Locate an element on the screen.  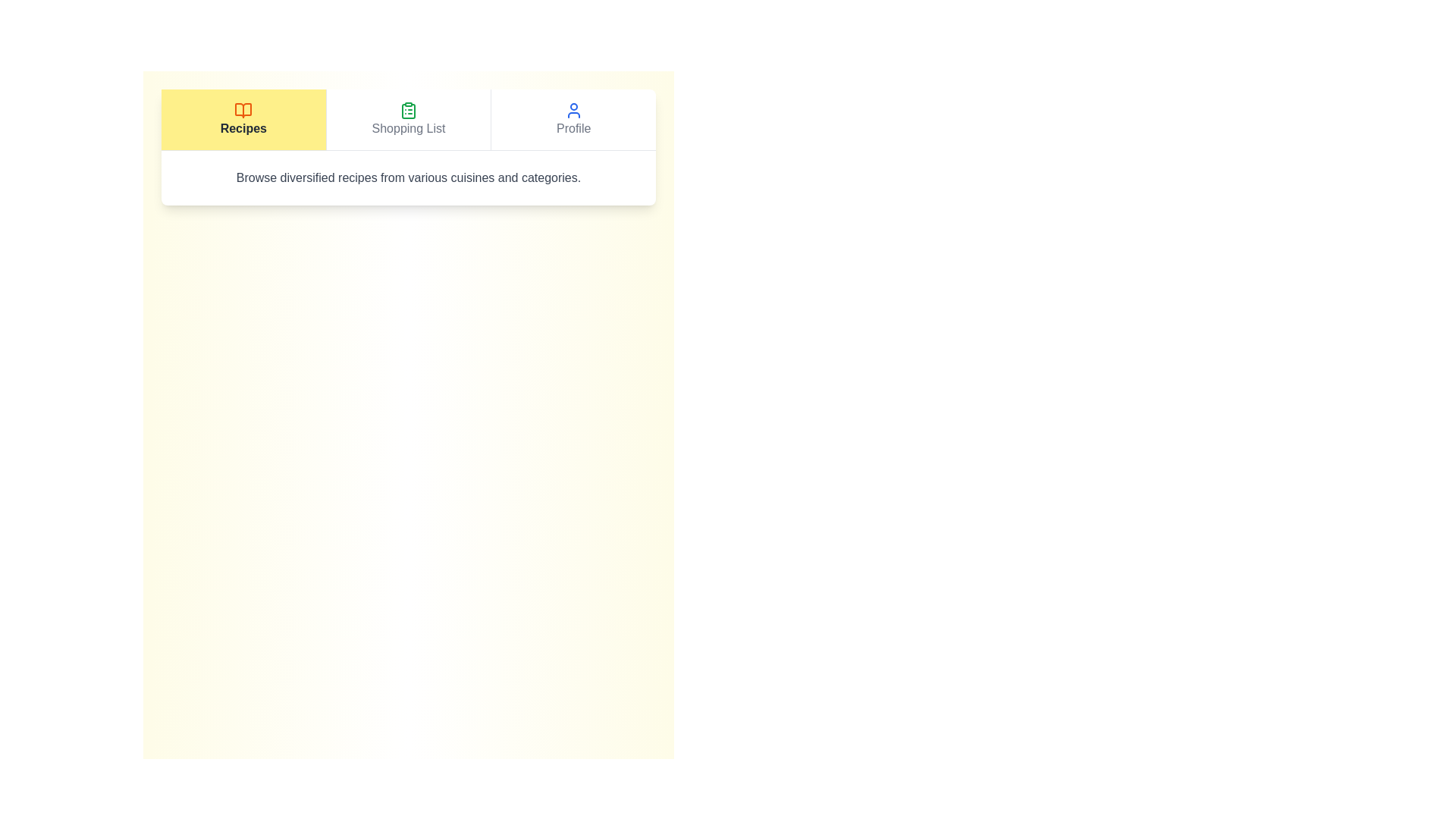
the Shopping List tab is located at coordinates (408, 119).